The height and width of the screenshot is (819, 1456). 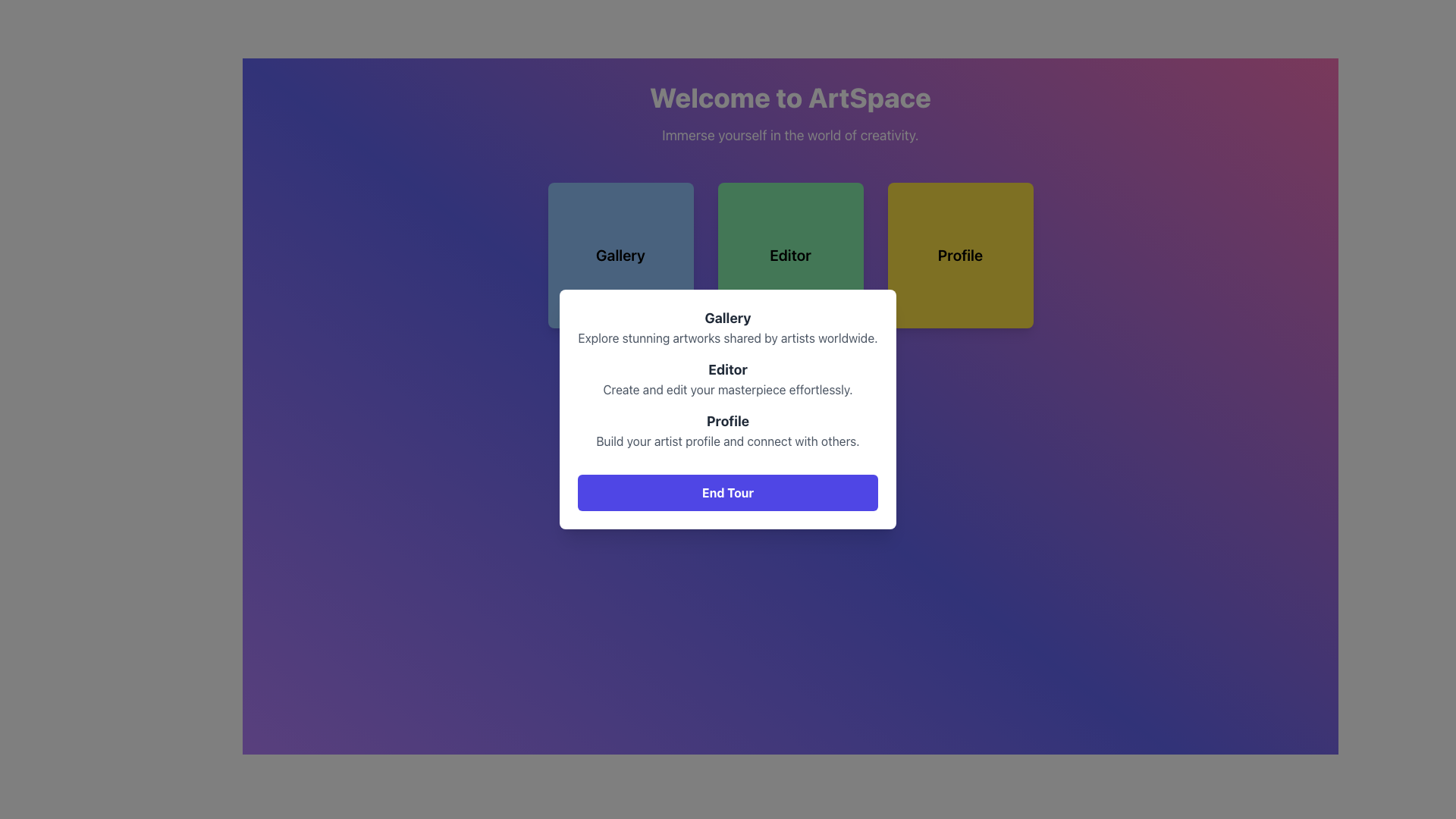 I want to click on the green square-shaped button labeled 'Editor' located in the center of three horizontally-aligned buttons, so click(x=789, y=254).